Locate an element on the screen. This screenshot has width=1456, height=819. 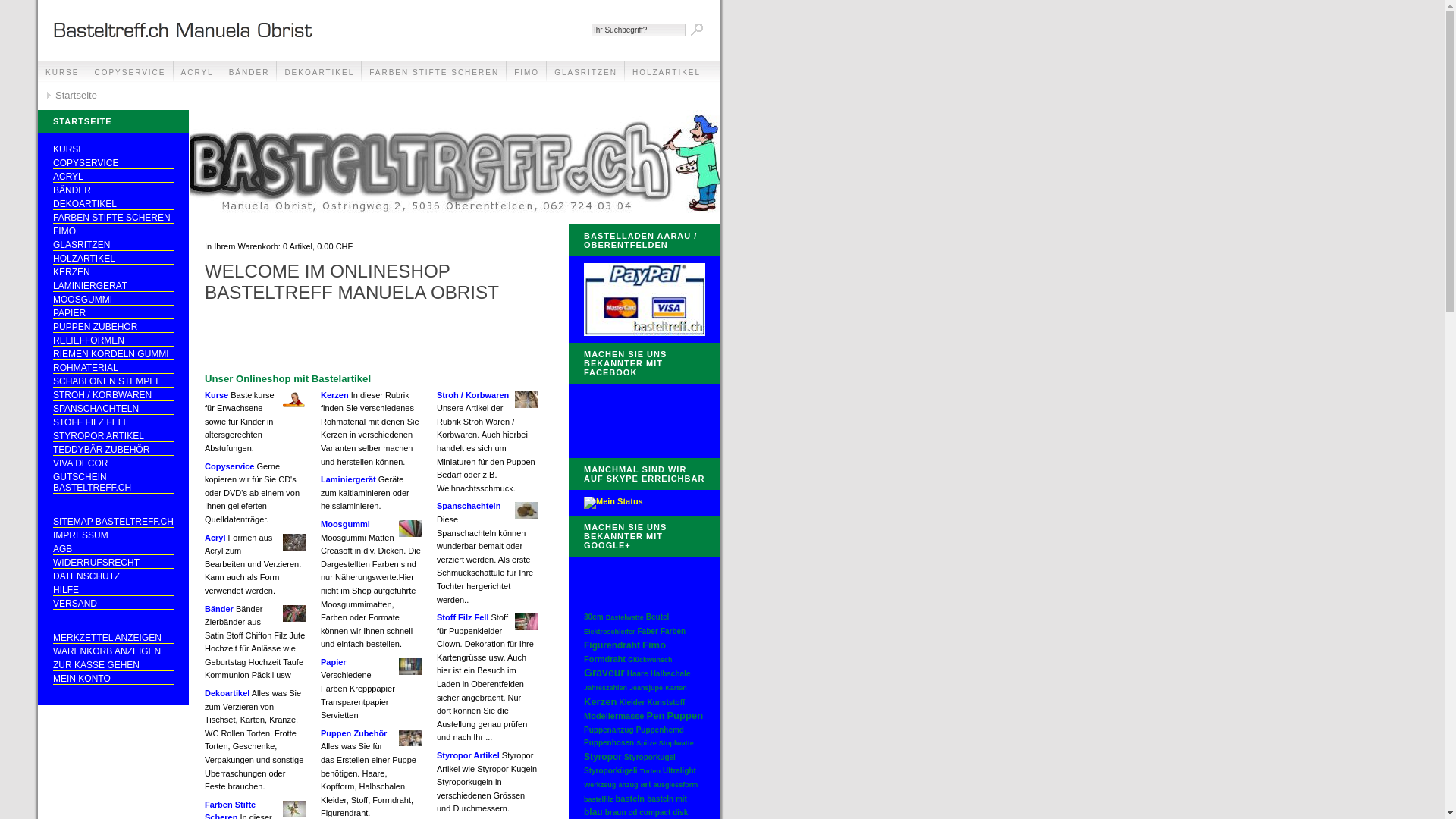
'PAPIER' is located at coordinates (112, 312).